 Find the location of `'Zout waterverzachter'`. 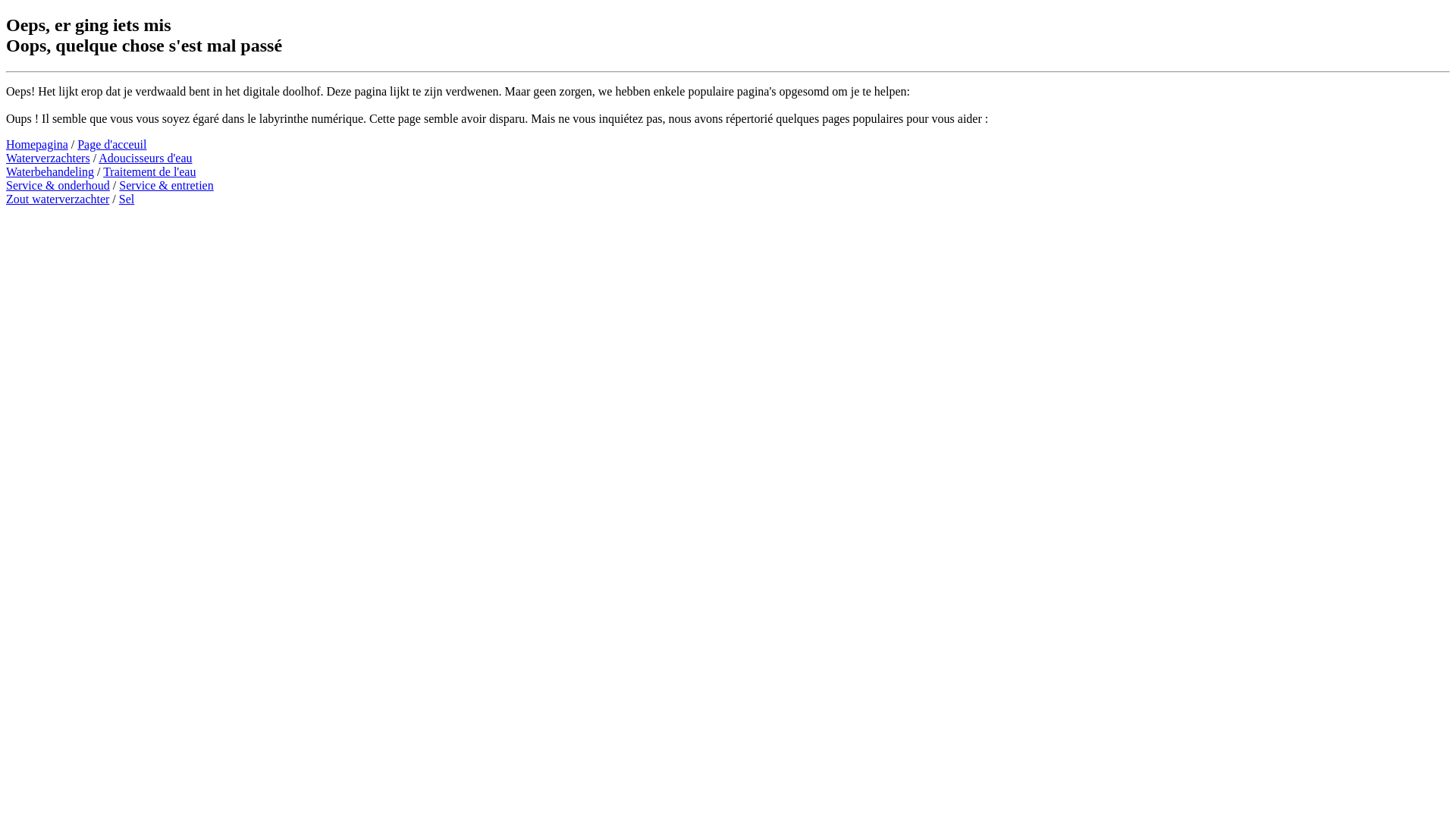

'Zout waterverzachter' is located at coordinates (58, 198).